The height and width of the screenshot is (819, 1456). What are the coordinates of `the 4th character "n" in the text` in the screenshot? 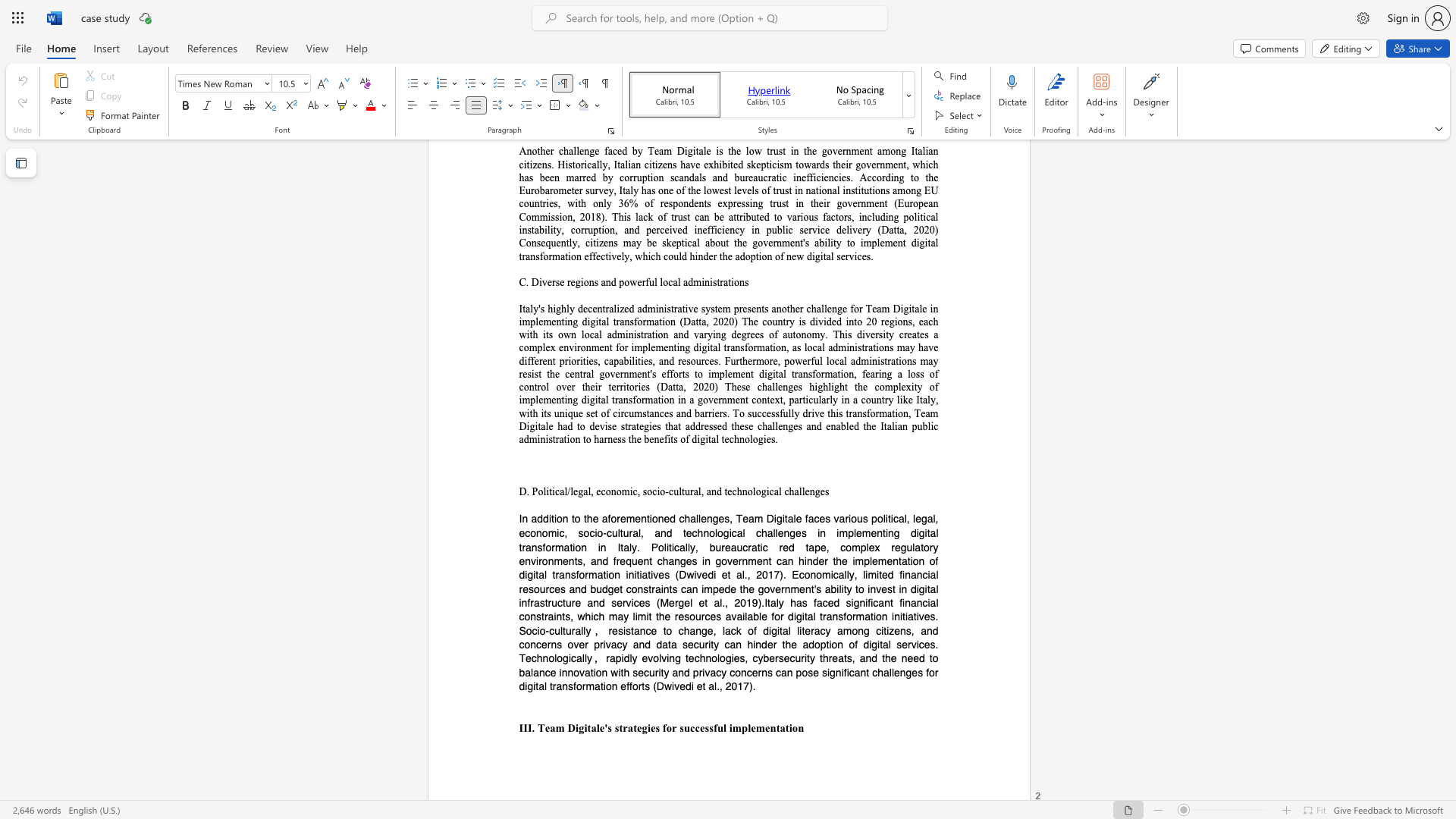 It's located at (904, 657).